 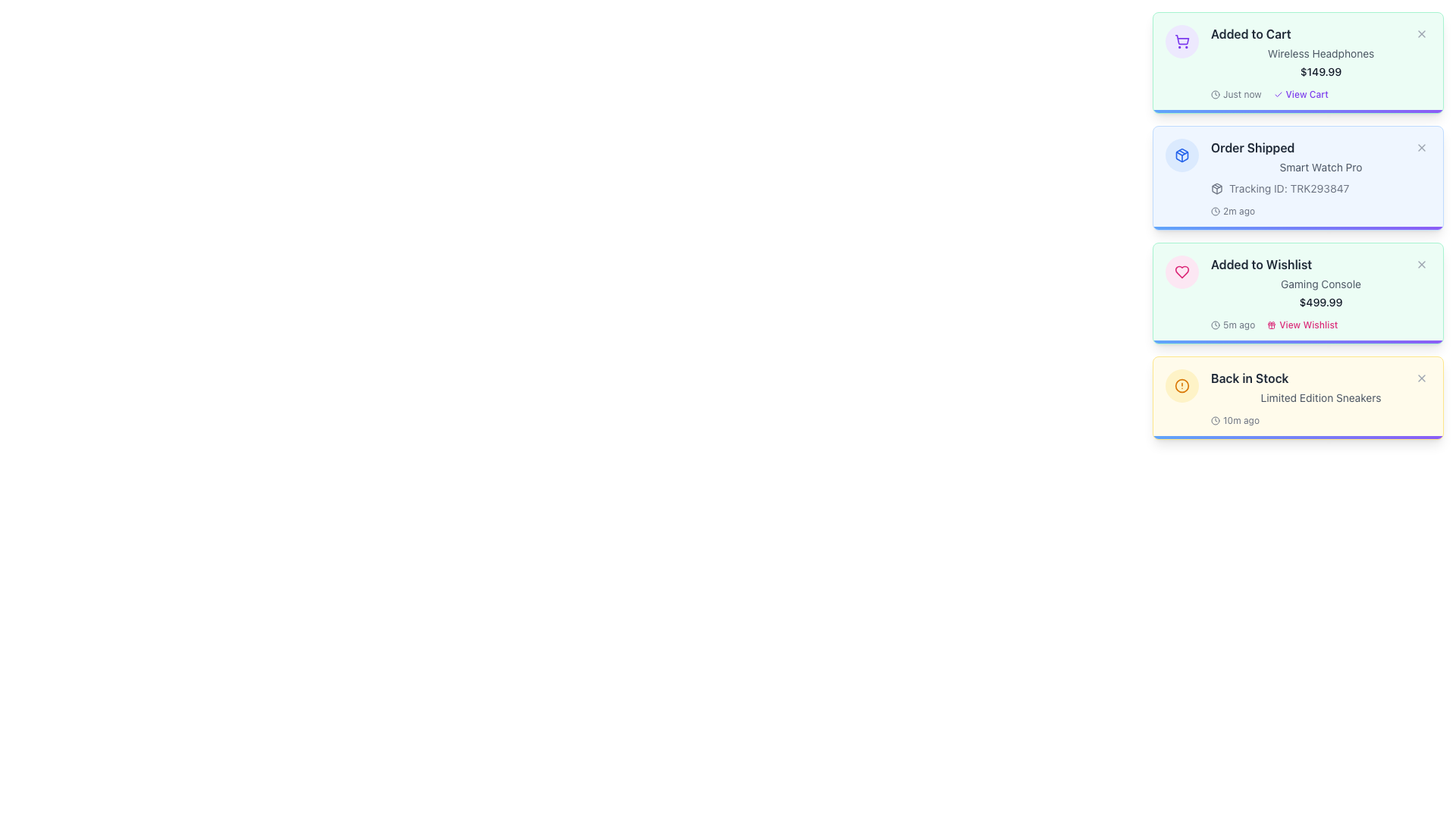 I want to click on the time elapsed icon located at the bottom-left corner of the 'Order Shipped' box, just before the text '2m ago', so click(x=1216, y=211).